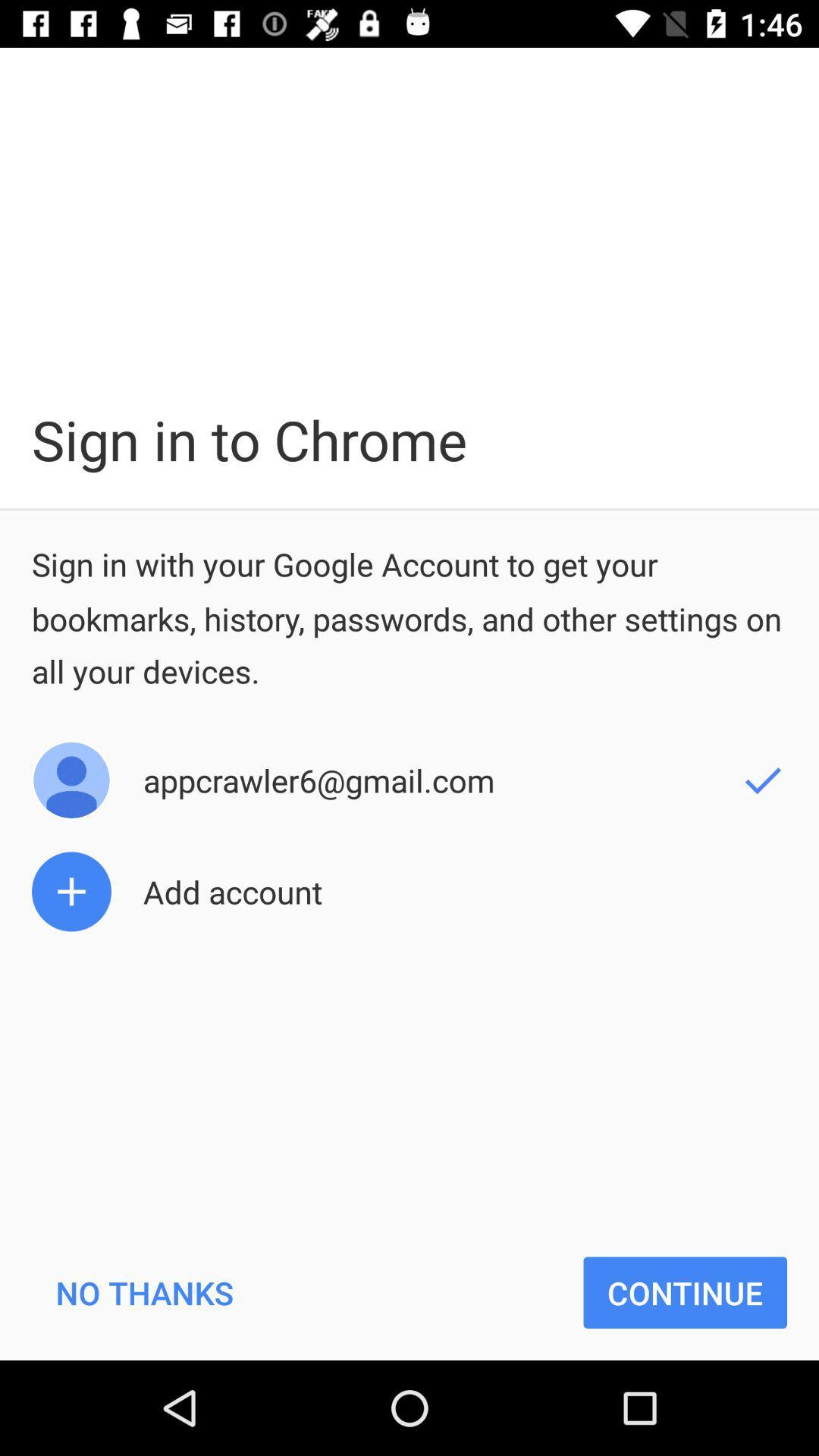 The image size is (819, 1456). I want to click on the item below the add account, so click(685, 1291).